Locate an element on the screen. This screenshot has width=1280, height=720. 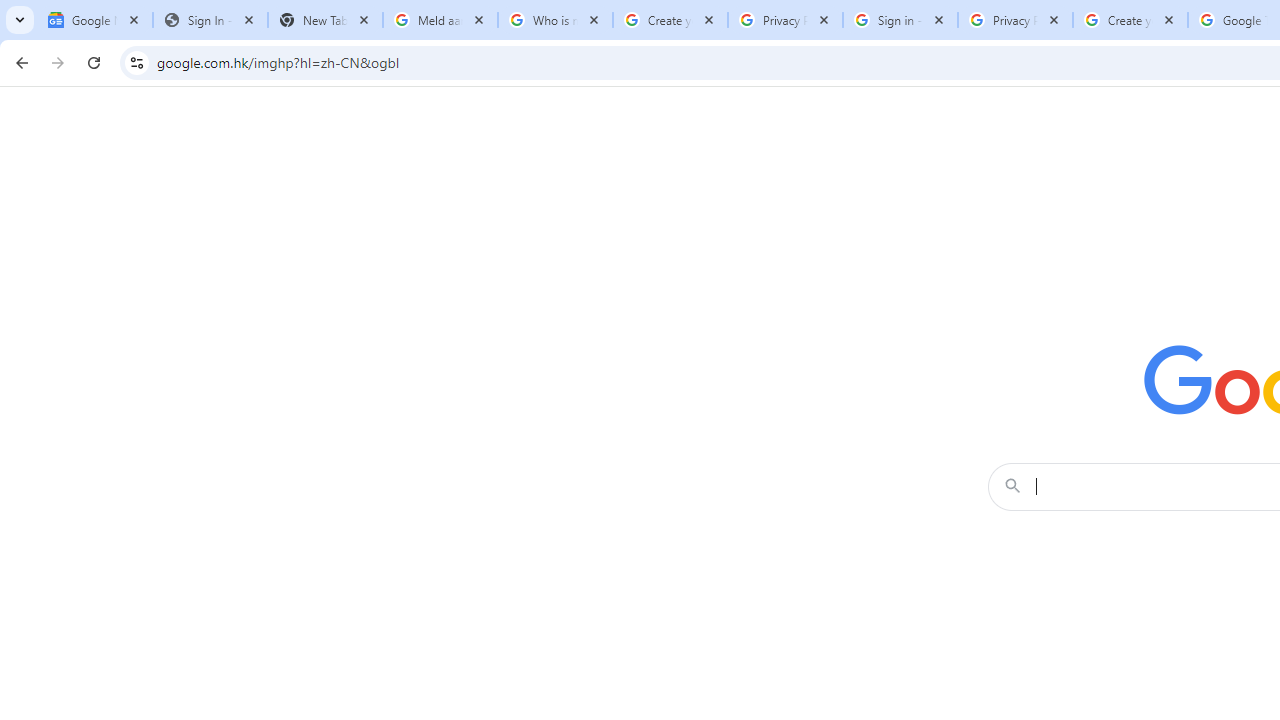
'Google News' is located at coordinates (94, 20).